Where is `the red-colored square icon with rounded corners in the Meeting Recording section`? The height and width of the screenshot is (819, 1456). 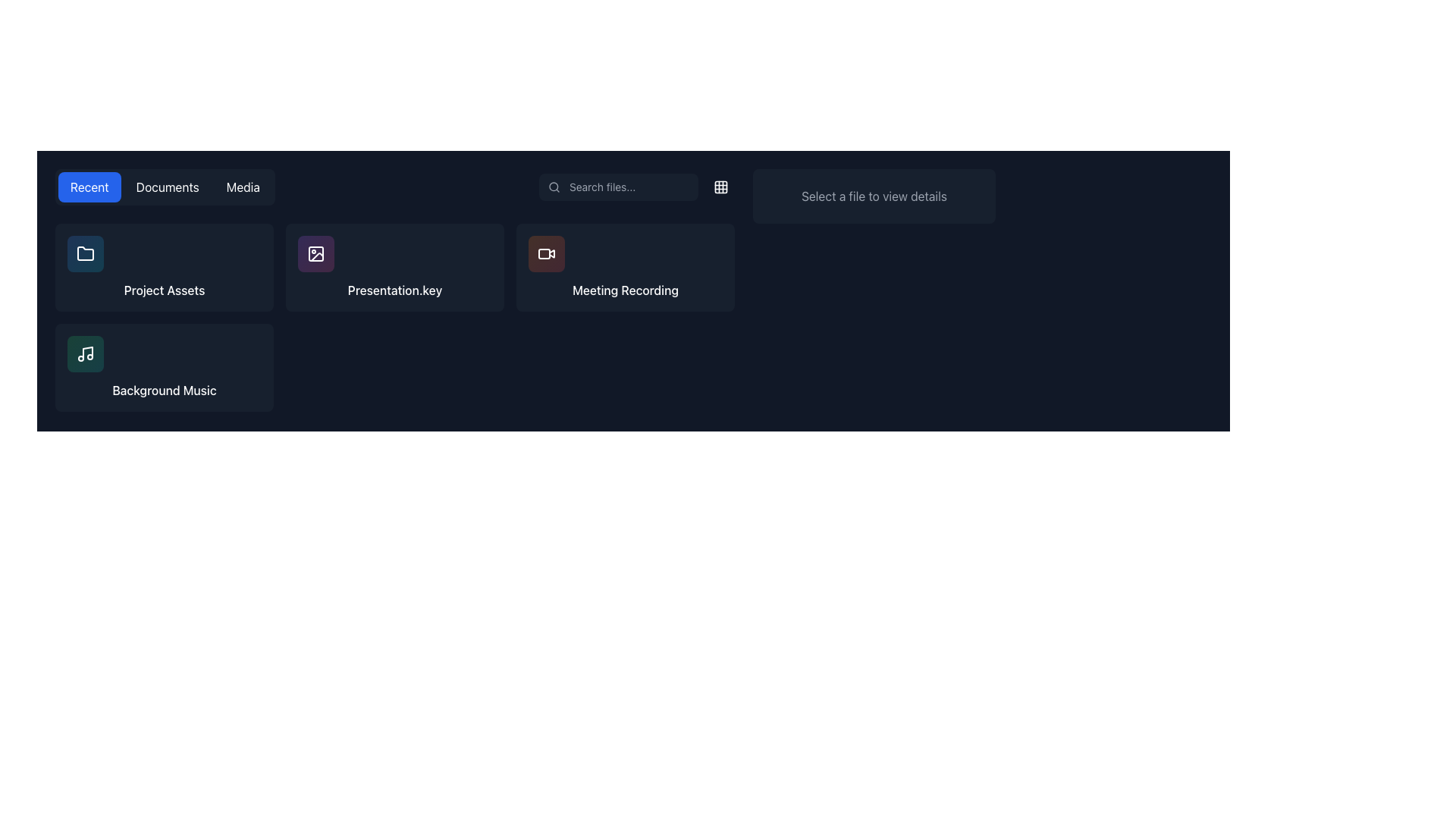
the red-colored square icon with rounded corners in the Meeting Recording section is located at coordinates (544, 253).